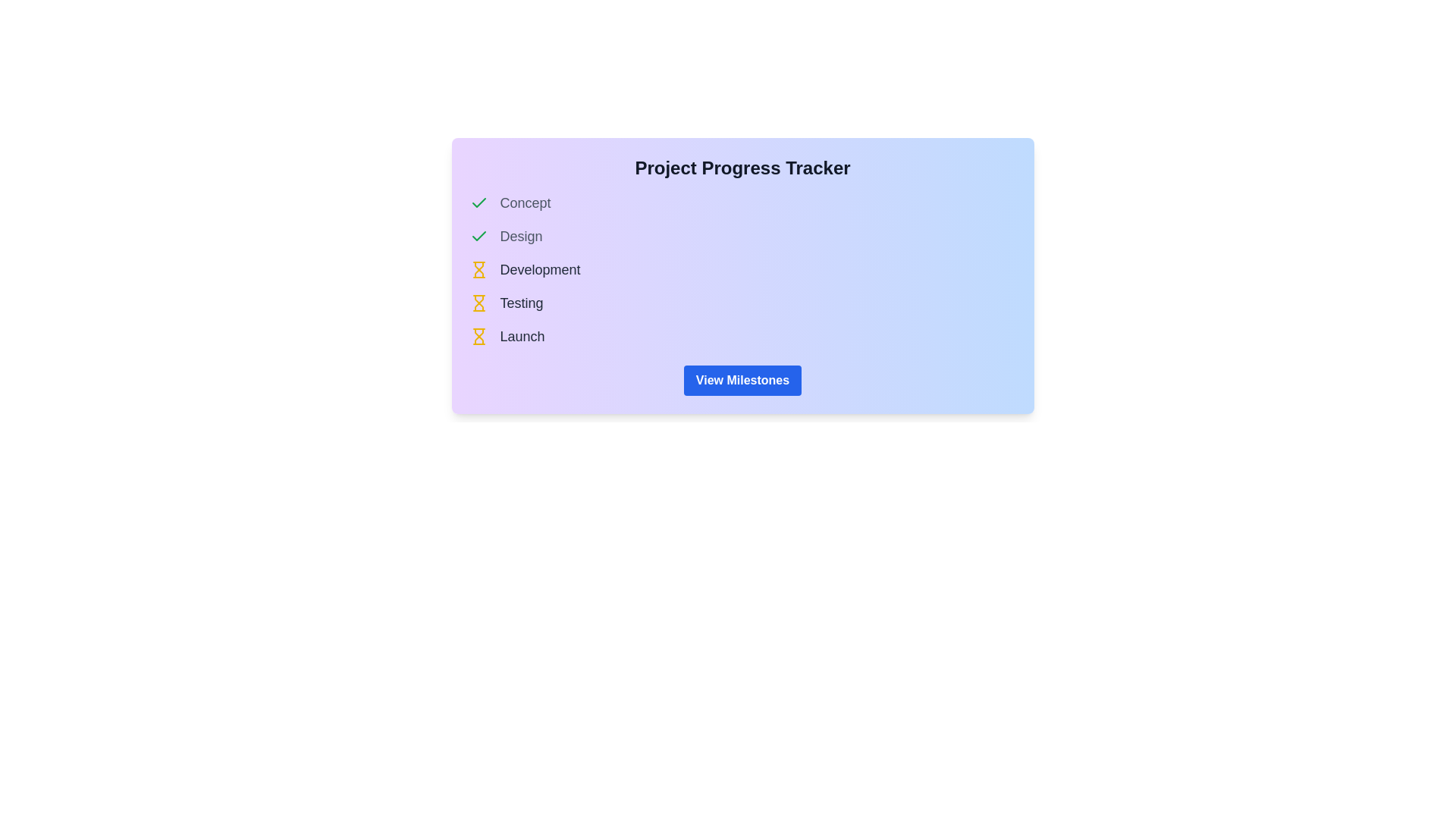 Image resolution: width=1456 pixels, height=819 pixels. What do you see at coordinates (478, 236) in the screenshot?
I see `the green checkmark icon symbolizing completion located next to the text 'Concept' in the progress tracker interface` at bounding box center [478, 236].